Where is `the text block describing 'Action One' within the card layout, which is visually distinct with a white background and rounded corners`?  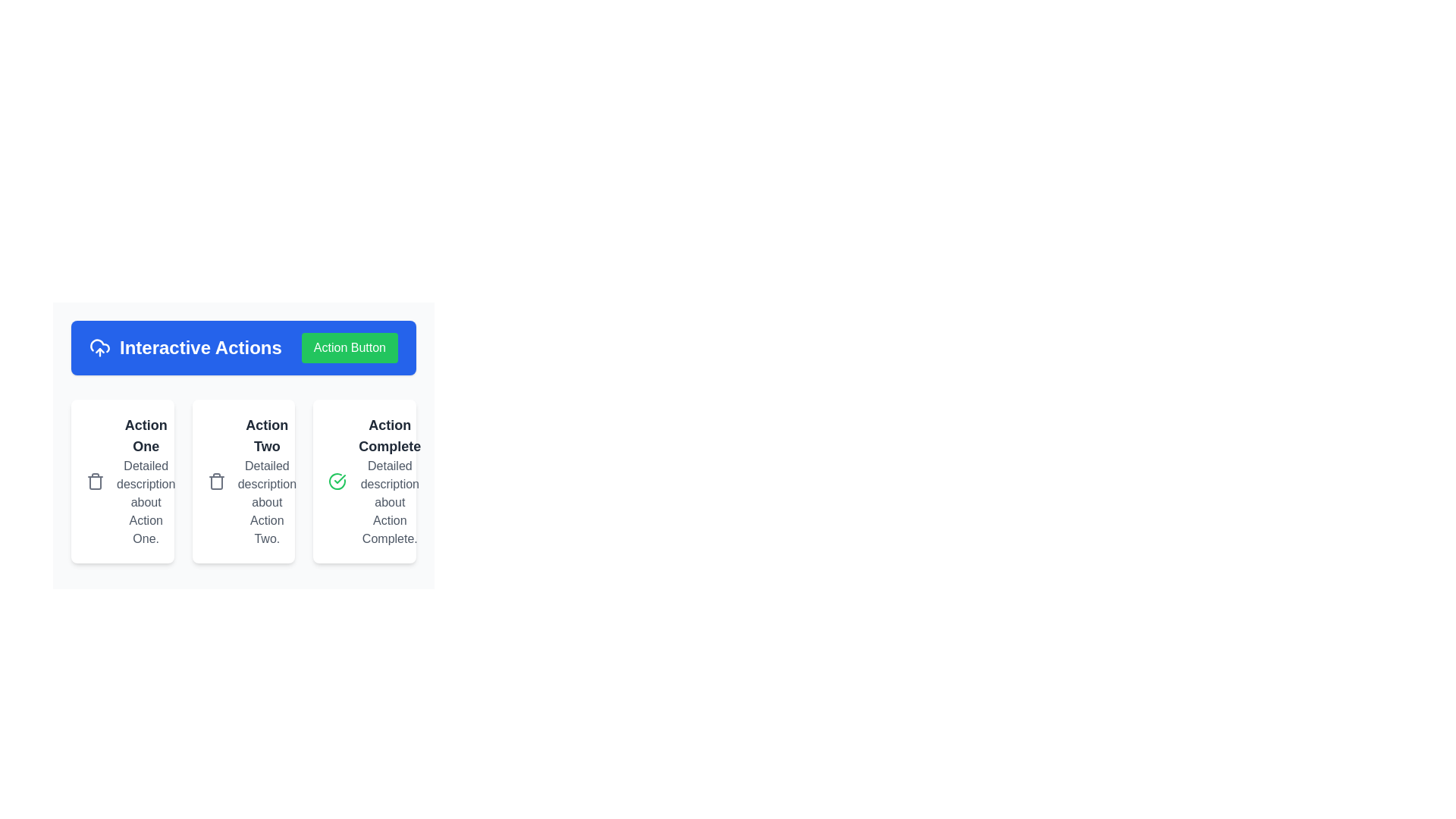 the text block describing 'Action One' within the card layout, which is visually distinct with a white background and rounded corners is located at coordinates (146, 482).